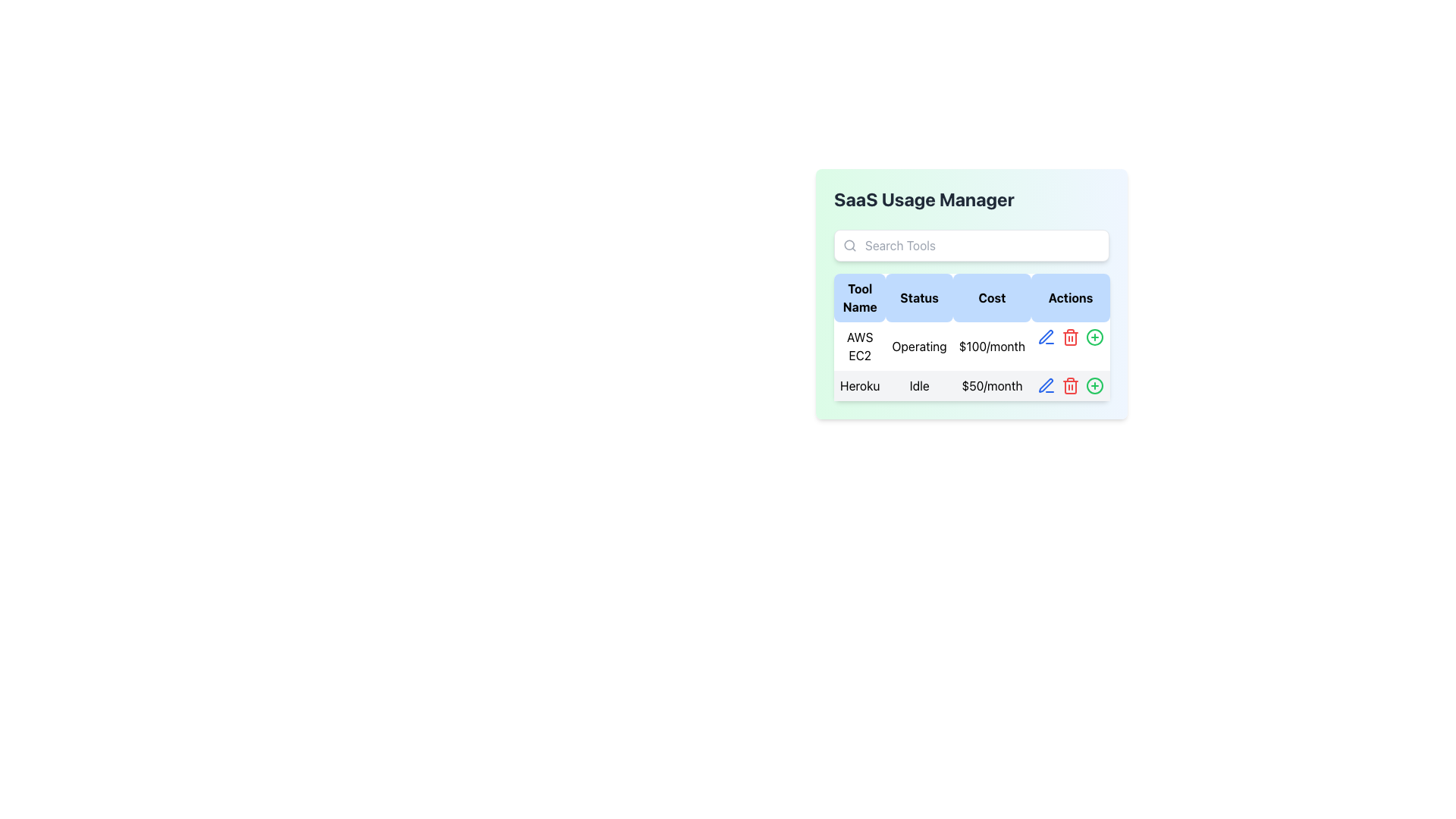 This screenshot has height=819, width=1456. Describe the element at coordinates (1095, 336) in the screenshot. I see `the SVG circle that serves as the decorative background for the plus symbol in the Actions column of the Heroku row in the table` at that location.